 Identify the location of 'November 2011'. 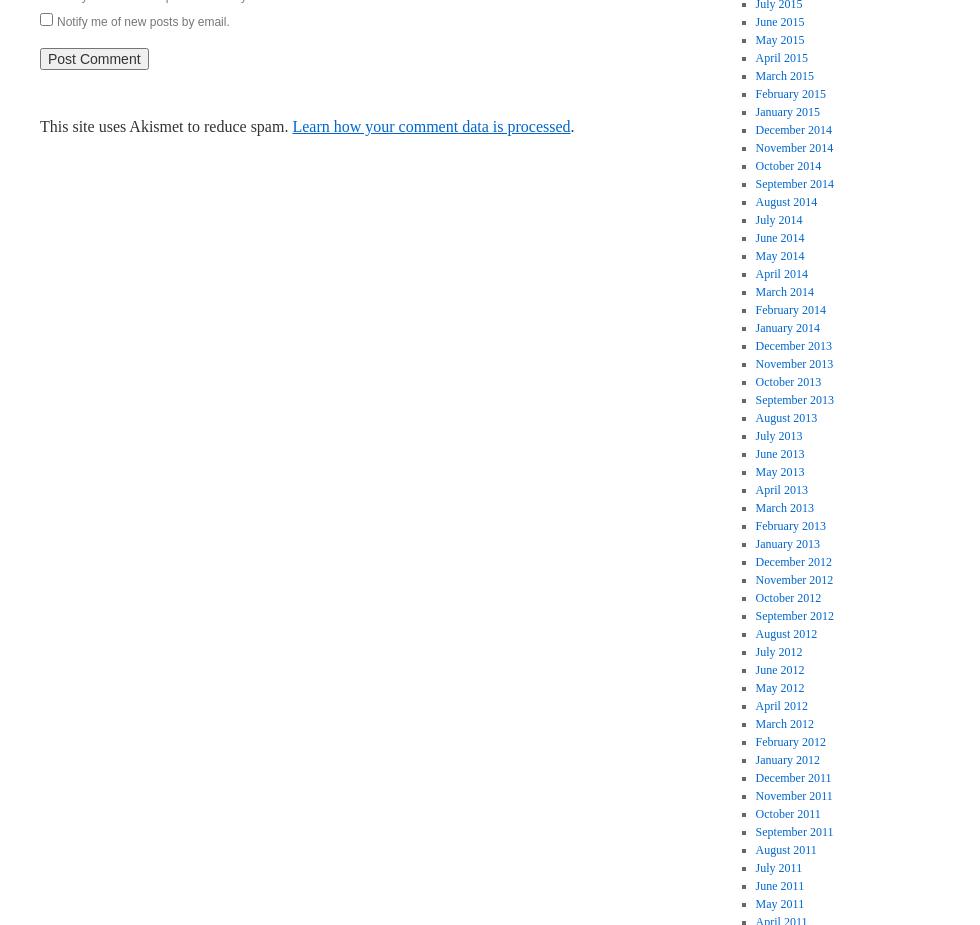
(754, 795).